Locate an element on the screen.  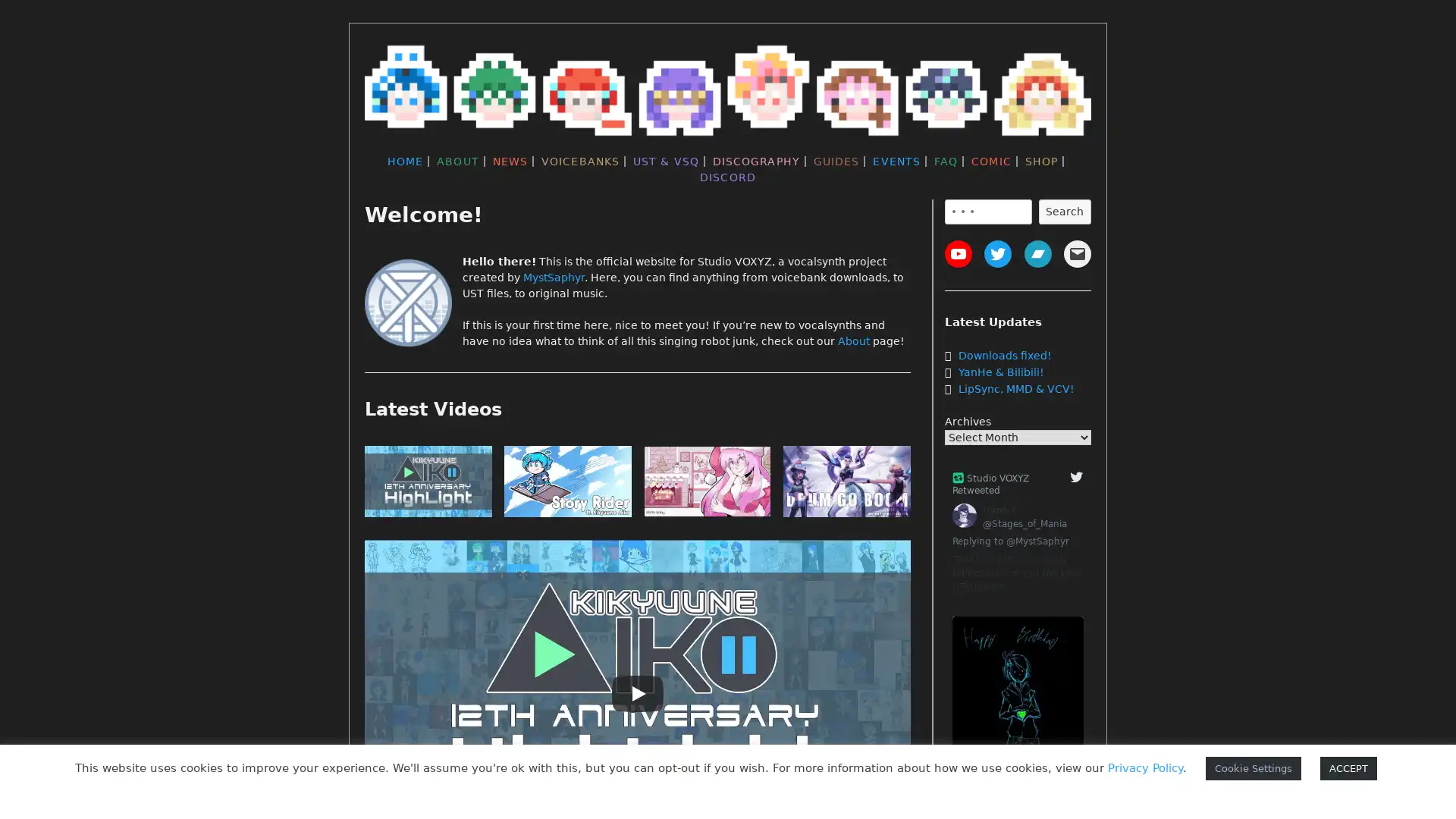
play is located at coordinates (566, 485).